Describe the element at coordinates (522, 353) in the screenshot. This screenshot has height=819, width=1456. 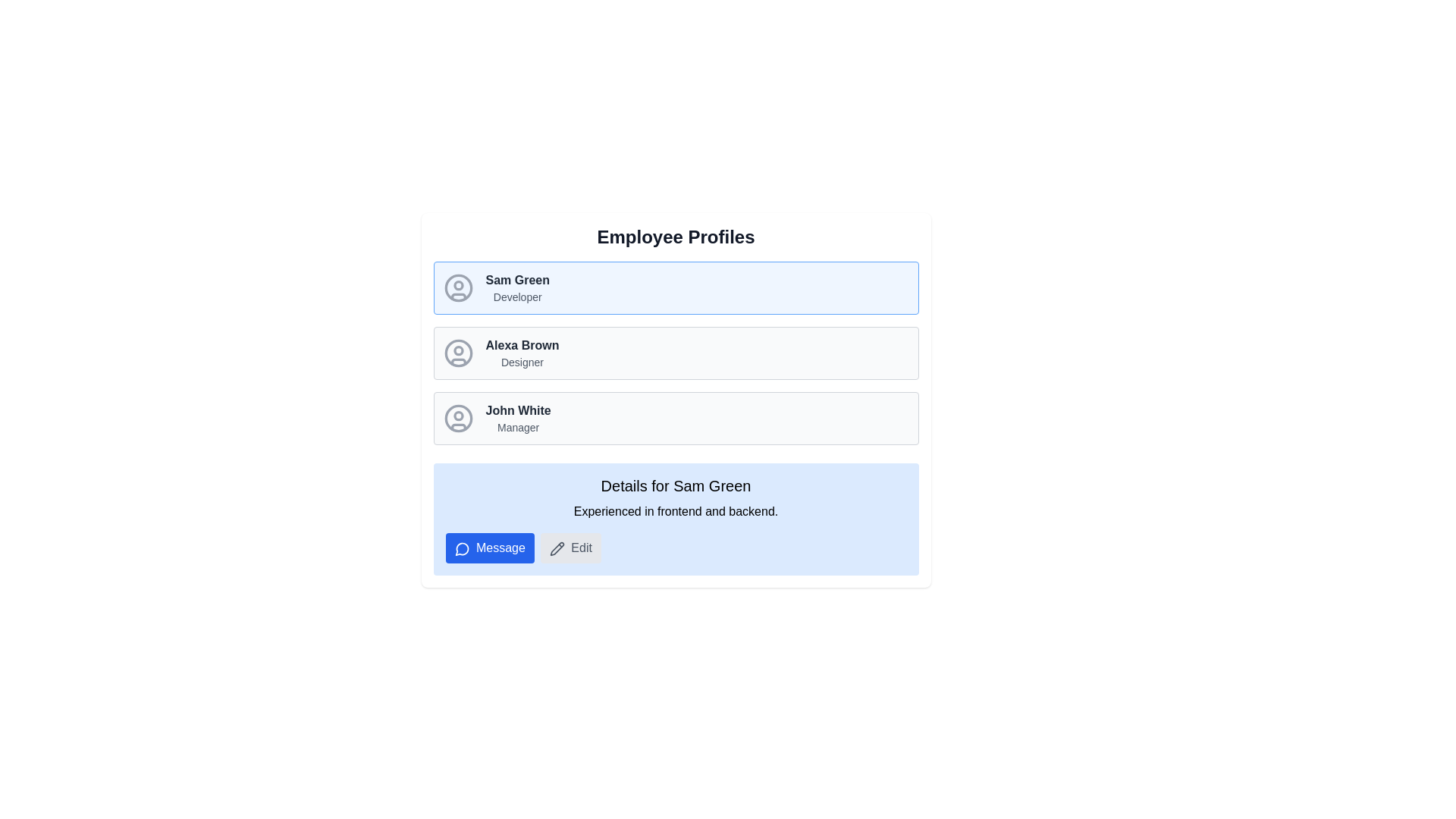
I see `the text block element that conveys the identity and role of 'Alexa Brown' in the employee profiles section, which is the second profile item in the list` at that location.